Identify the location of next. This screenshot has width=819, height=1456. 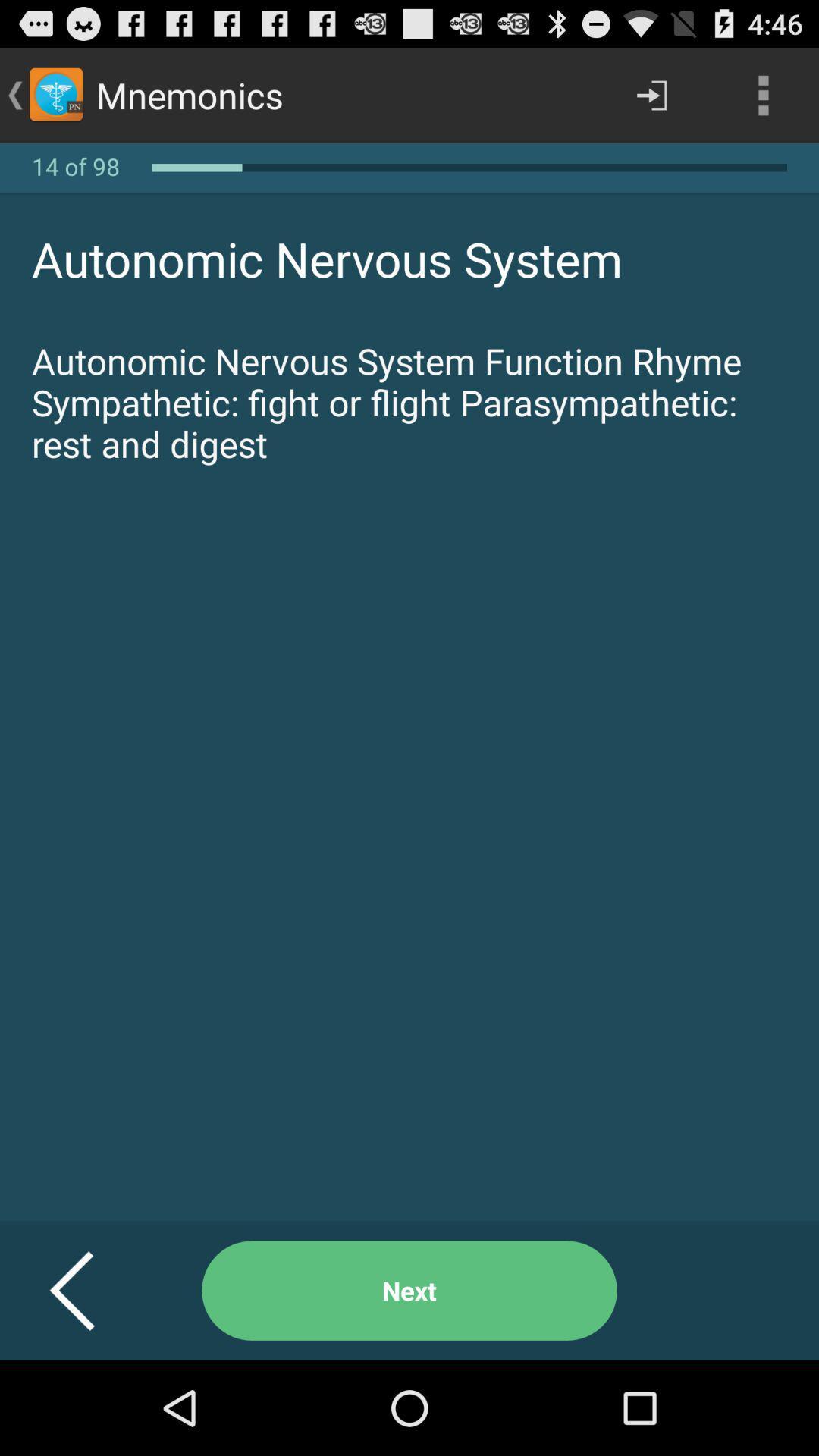
(409, 1290).